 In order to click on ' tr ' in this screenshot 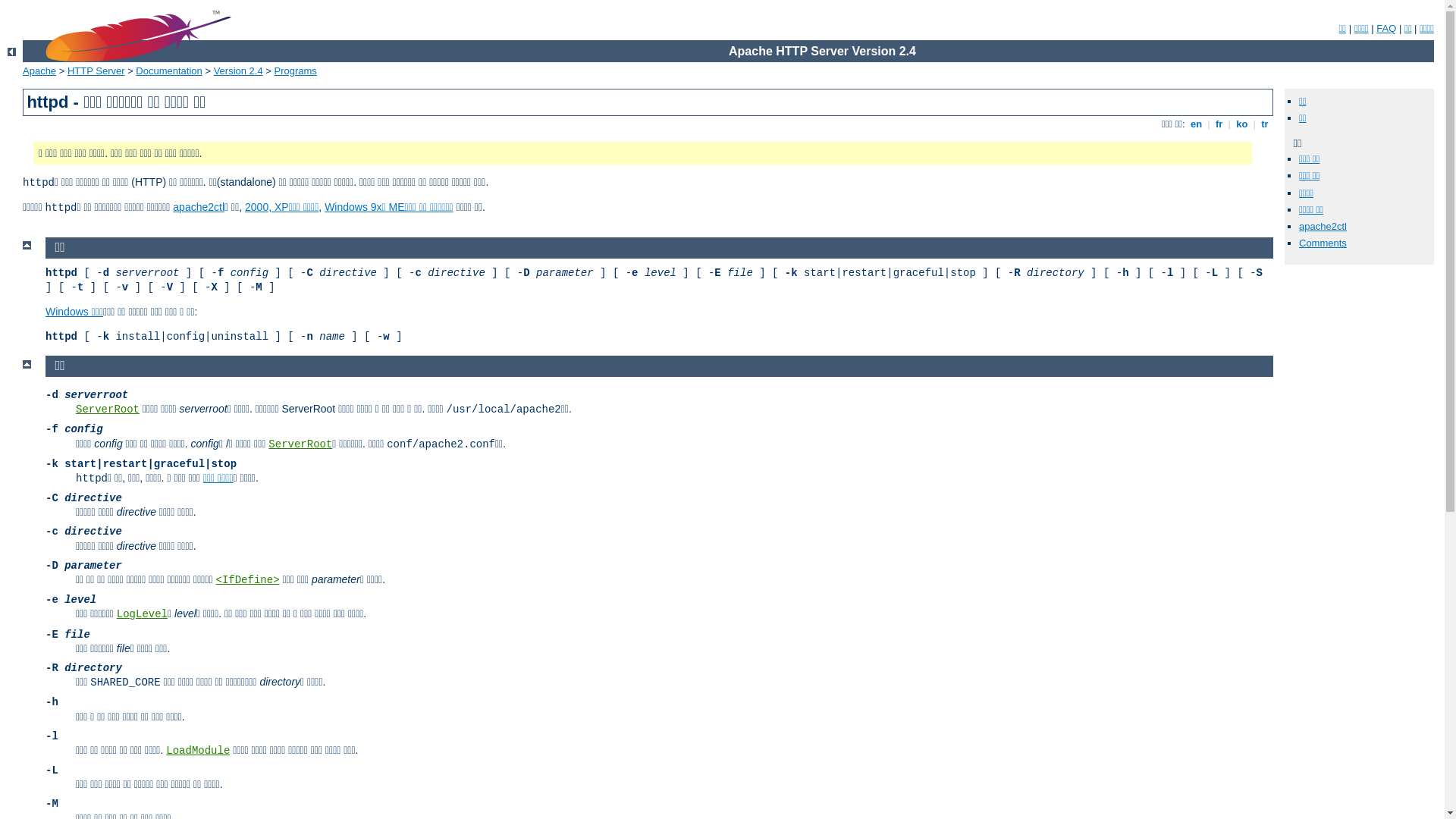, I will do `click(1259, 123)`.